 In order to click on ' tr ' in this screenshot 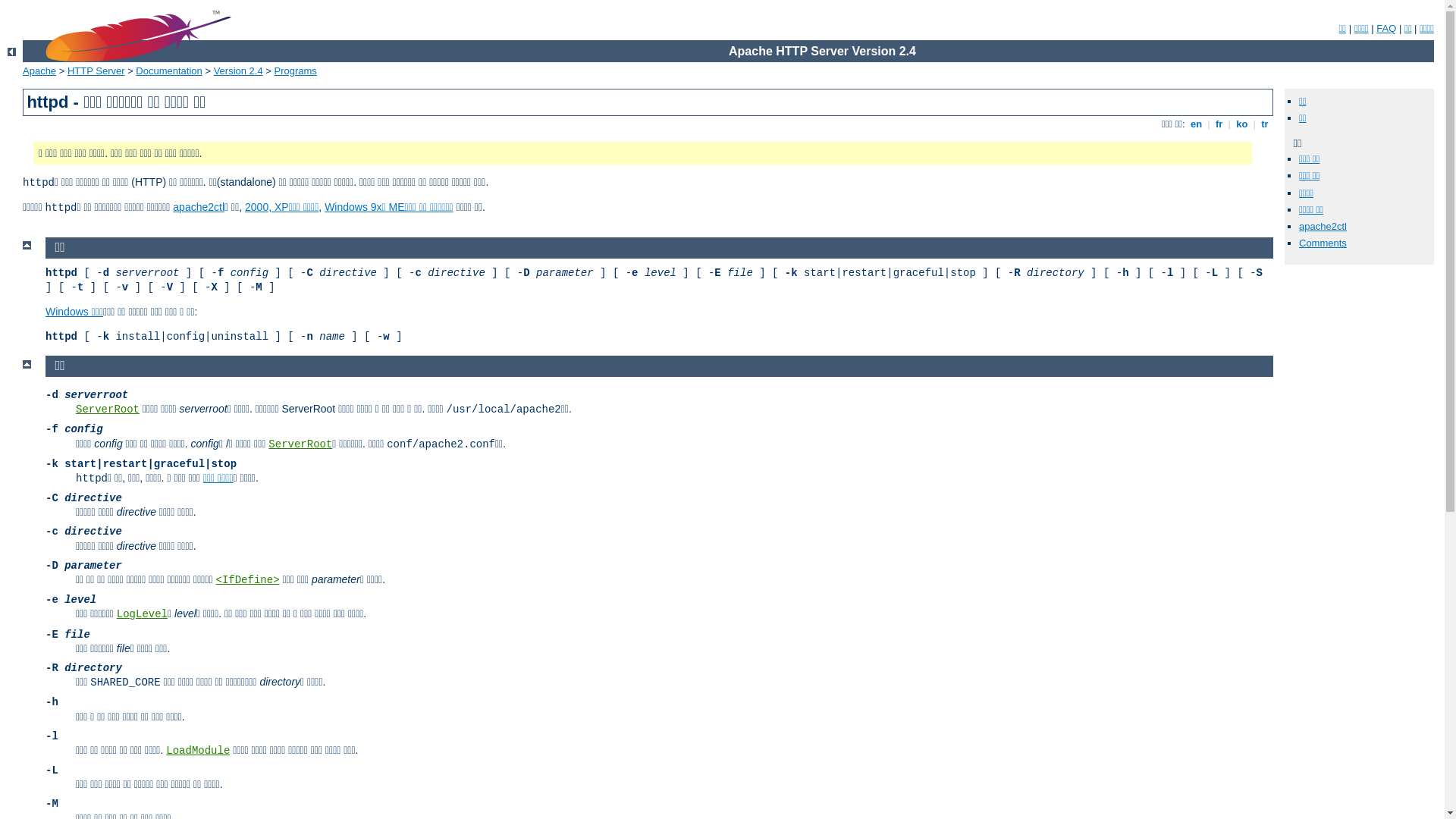, I will do `click(1259, 123)`.